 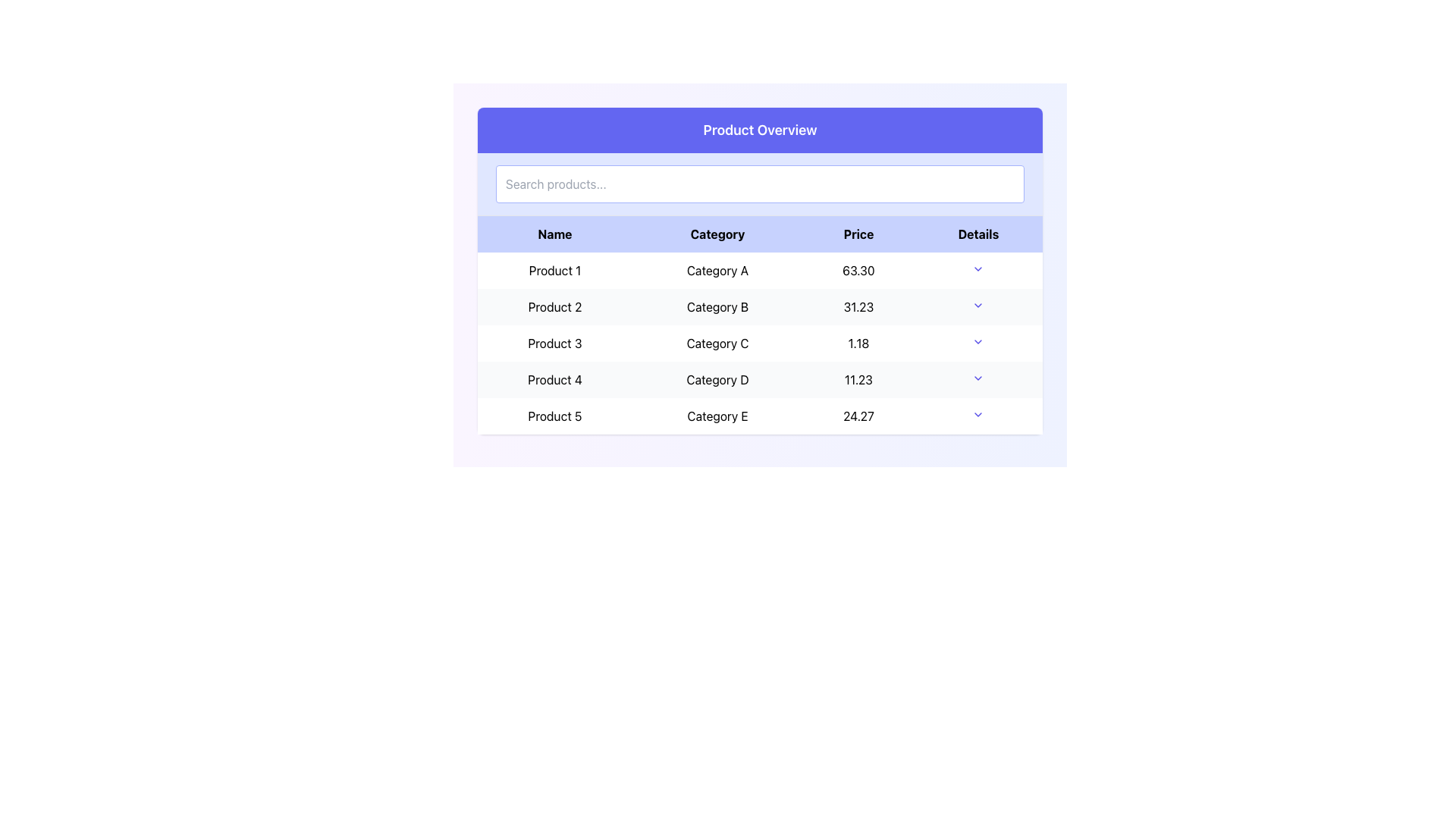 What do you see at coordinates (978, 305) in the screenshot?
I see `the Dropdown Toggle or Chevron Icon in the 'Details' column of the second row` at bounding box center [978, 305].